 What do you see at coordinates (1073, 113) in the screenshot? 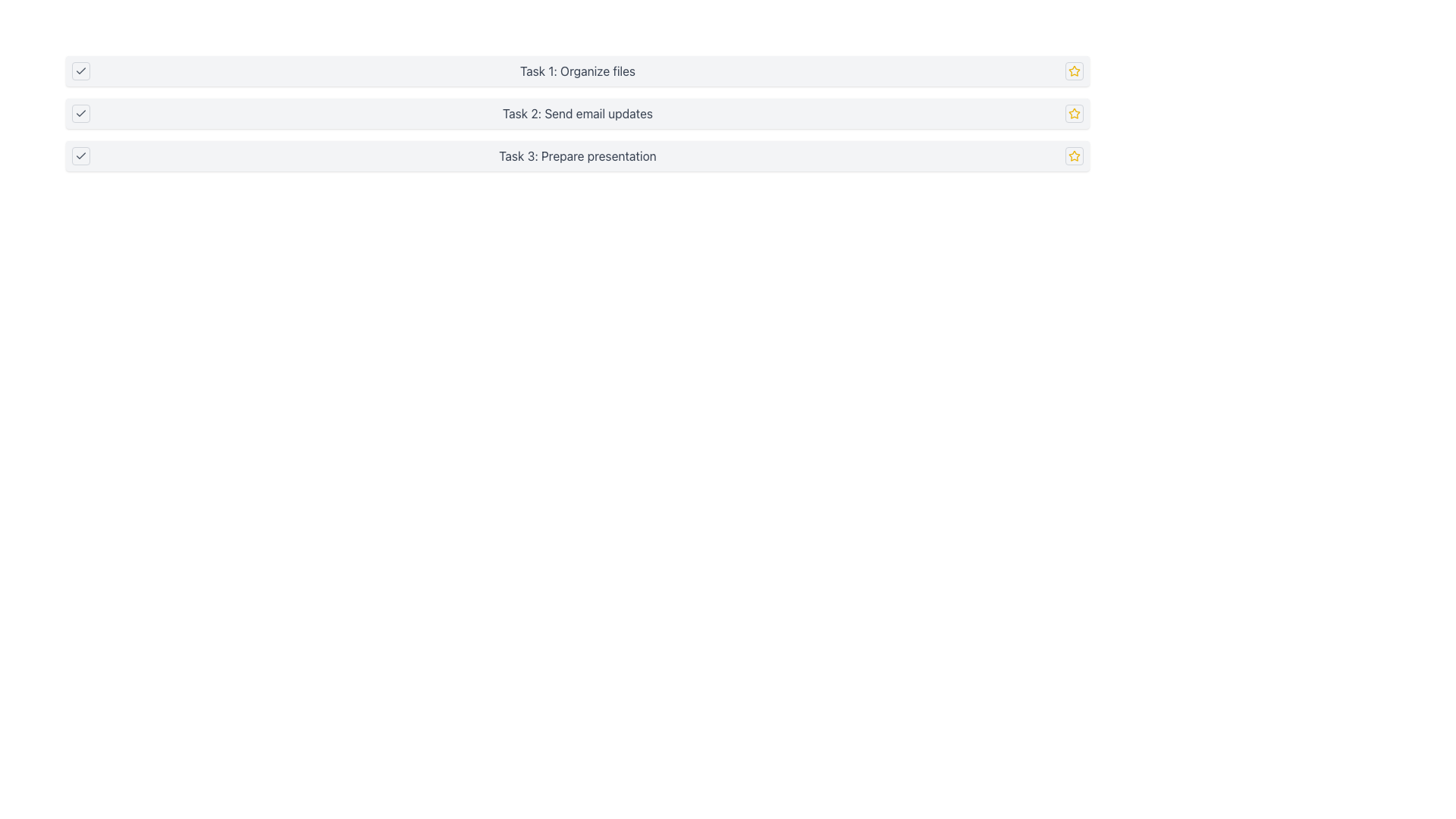
I see `the small yellow star icon located on the right side of the interface next to the third task item to mark it` at bounding box center [1073, 113].